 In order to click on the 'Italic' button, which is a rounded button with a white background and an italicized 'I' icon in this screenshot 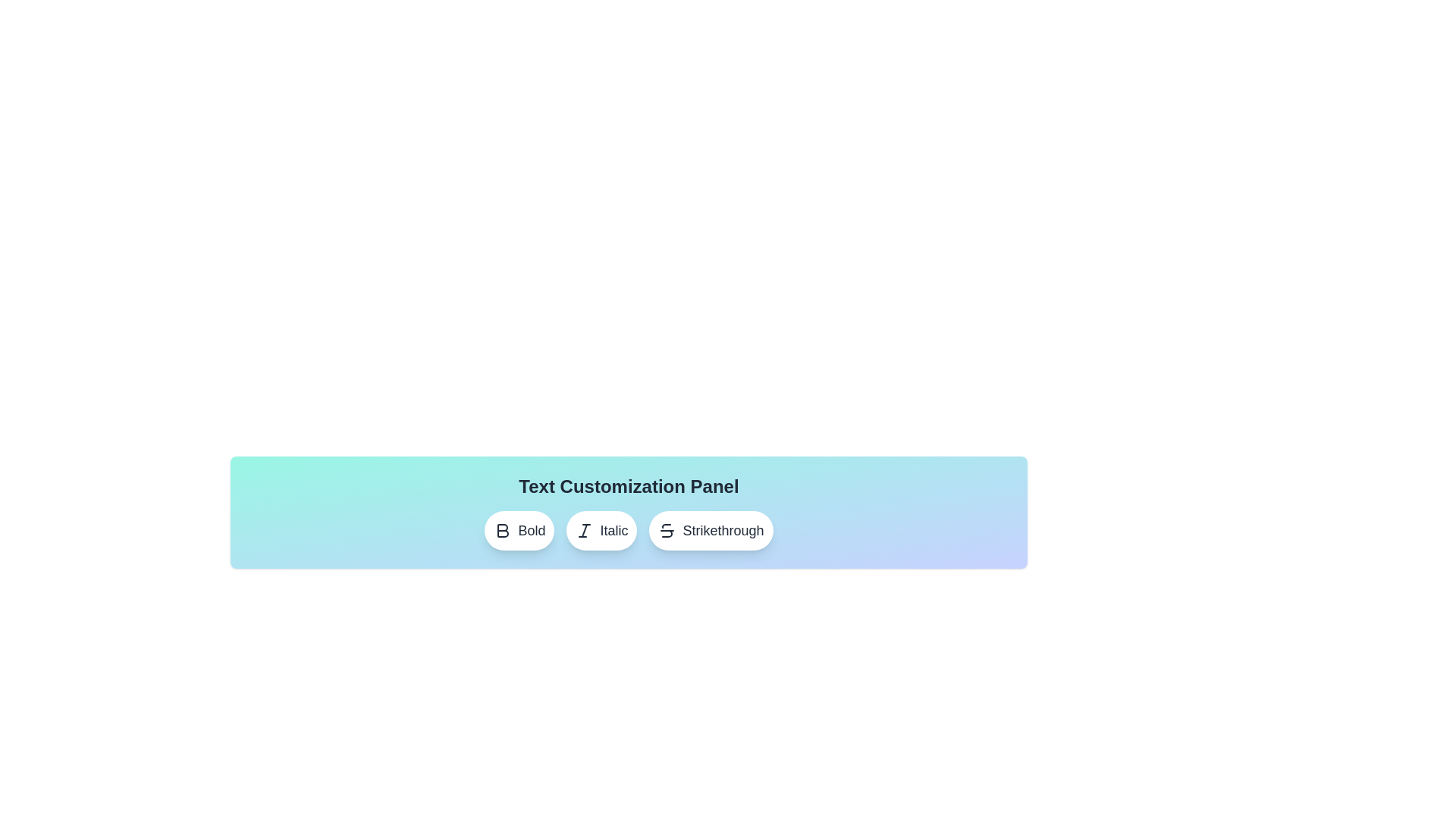, I will do `click(601, 529)`.